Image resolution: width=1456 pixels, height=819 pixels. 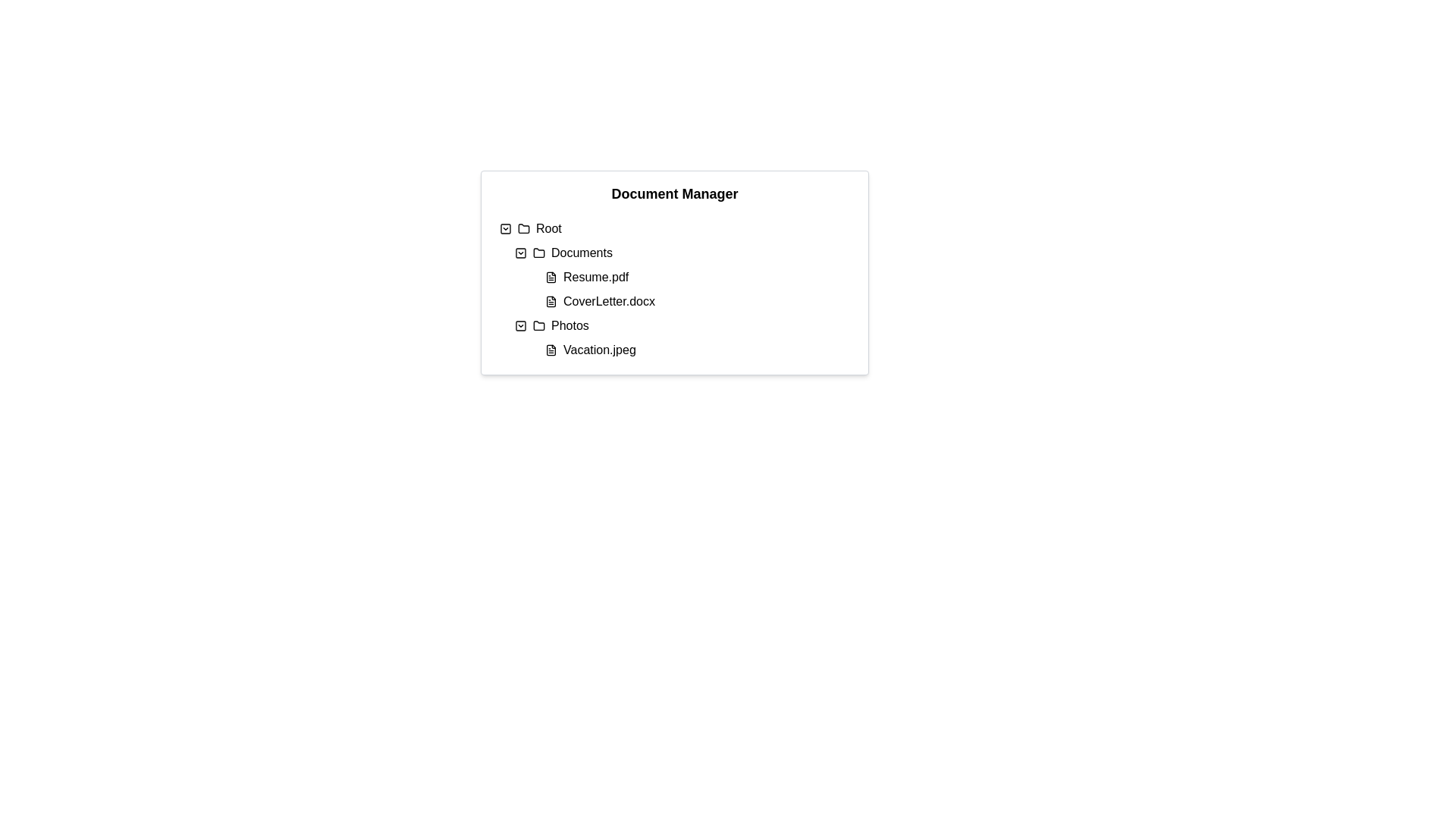 What do you see at coordinates (538, 324) in the screenshot?
I see `the folder icon located to the left of the 'Photos' label in the 'Document Manager' interface to visually associate it with the folder representation` at bounding box center [538, 324].